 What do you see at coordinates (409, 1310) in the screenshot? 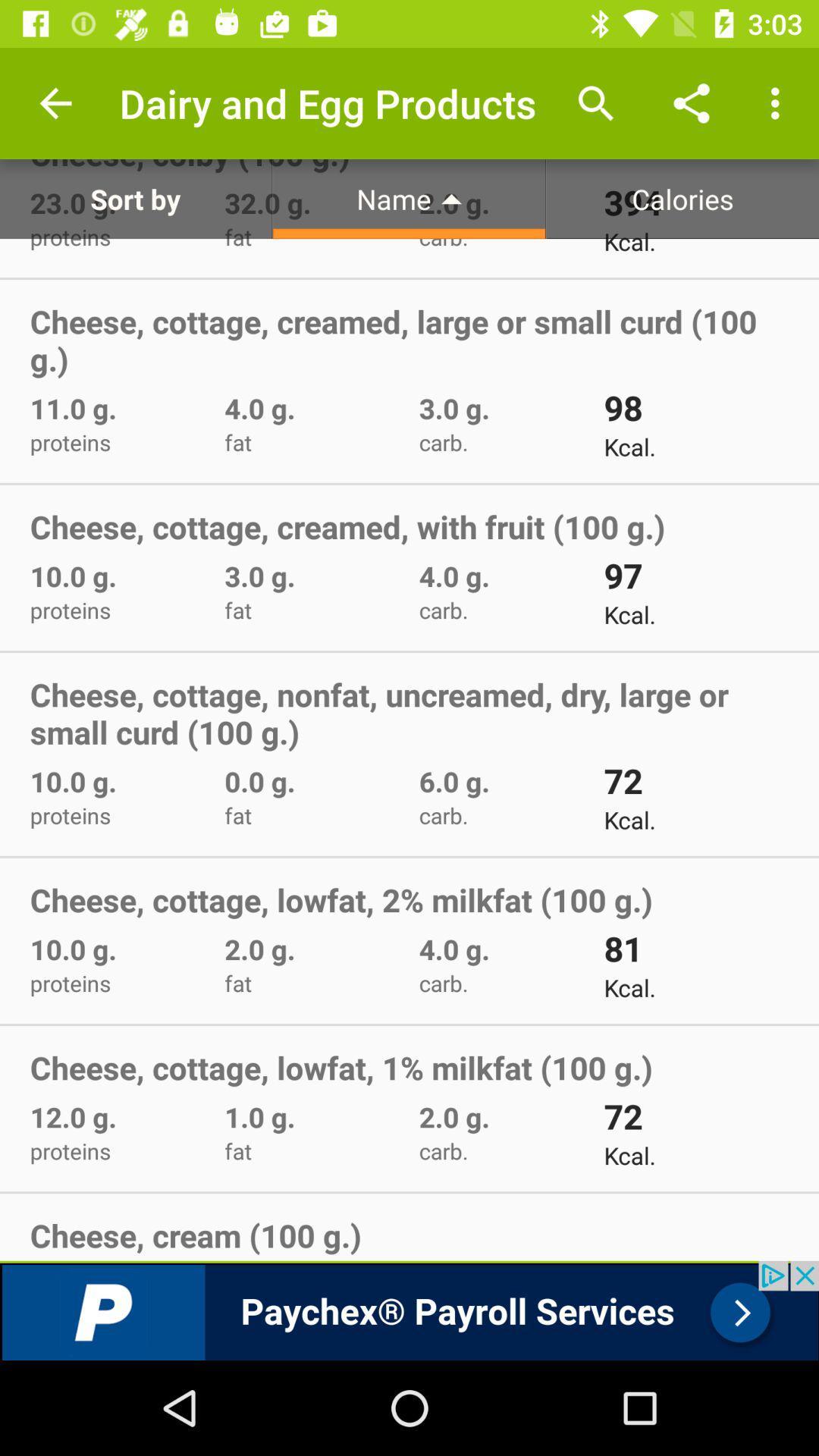
I see `open advertisement` at bounding box center [409, 1310].